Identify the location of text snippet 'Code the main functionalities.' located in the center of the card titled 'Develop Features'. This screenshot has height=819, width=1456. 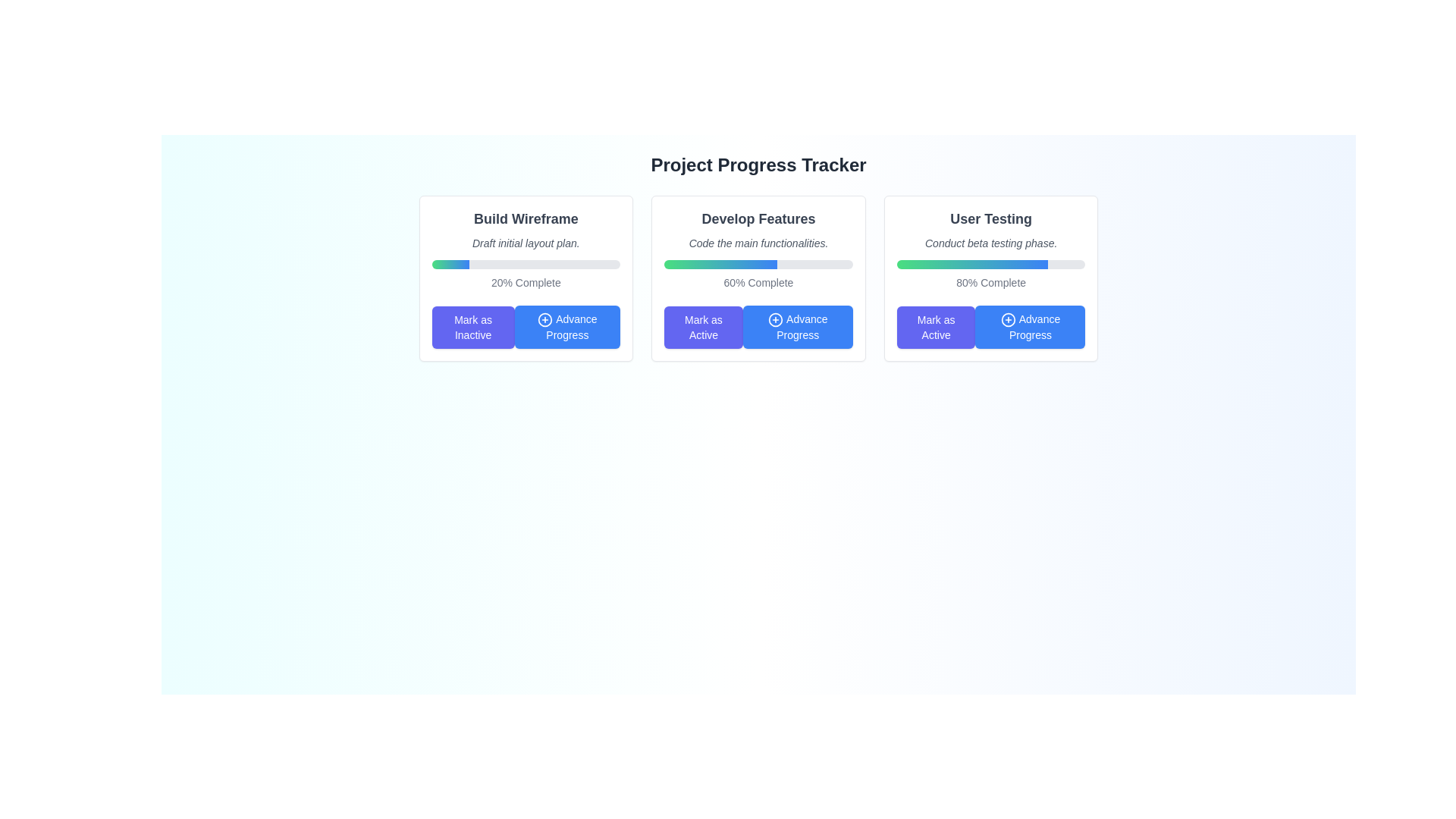
(758, 242).